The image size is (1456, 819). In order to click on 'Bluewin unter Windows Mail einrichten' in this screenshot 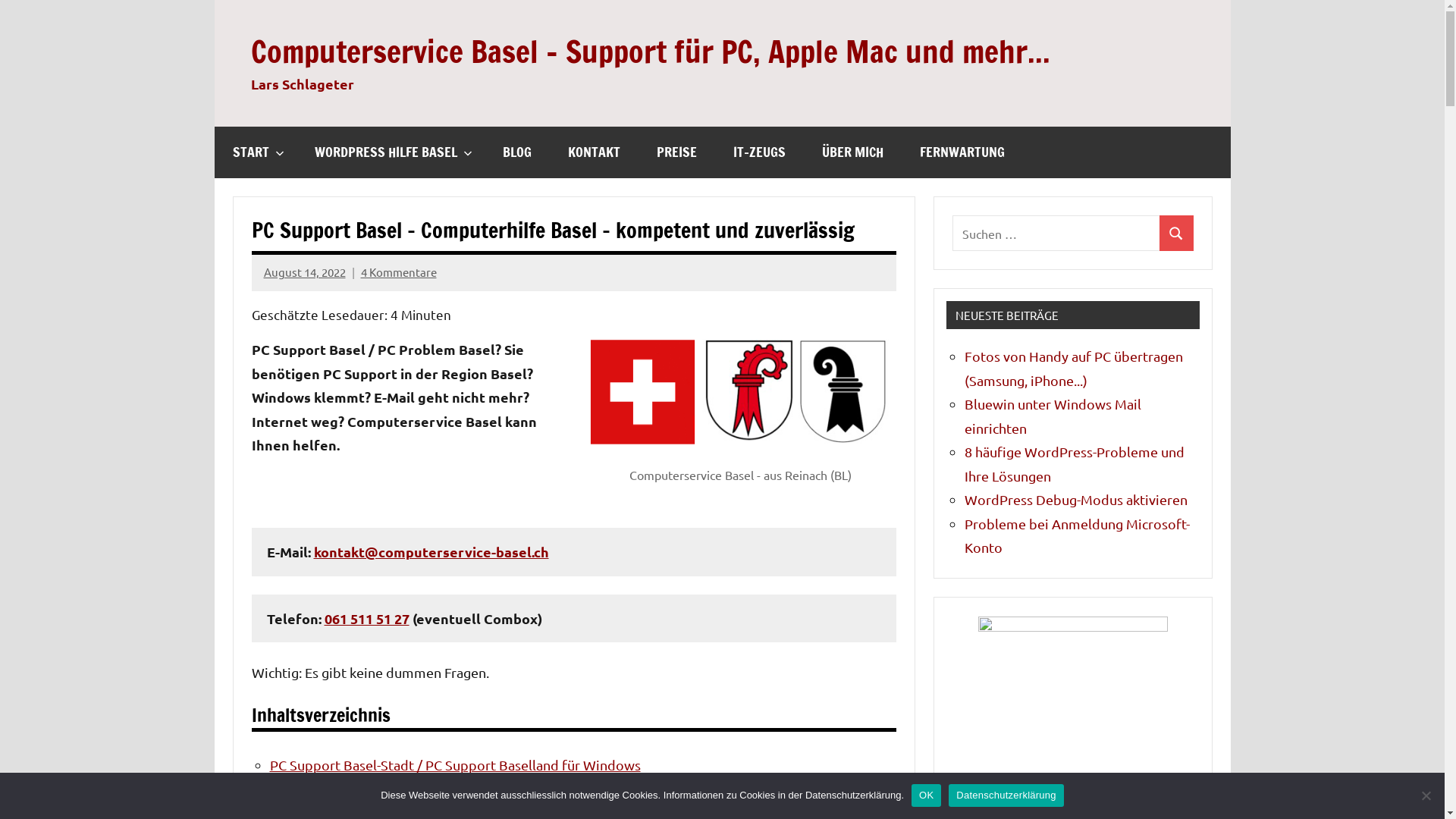, I will do `click(1052, 416)`.